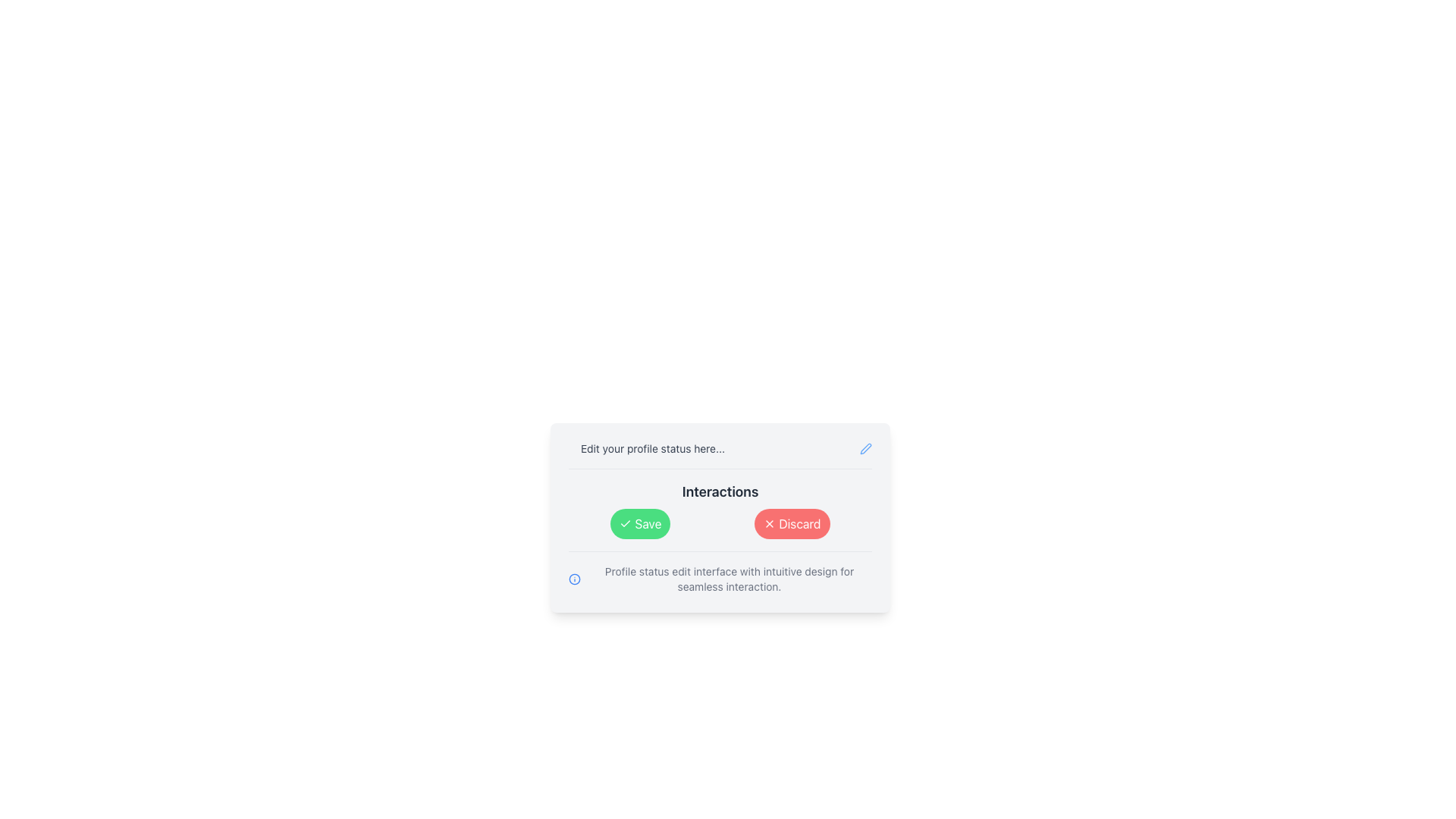 The height and width of the screenshot is (819, 1456). What do you see at coordinates (640, 522) in the screenshot?
I see `the green 'Save' button with rounded edges and a white label featuring a checkmark icon` at bounding box center [640, 522].